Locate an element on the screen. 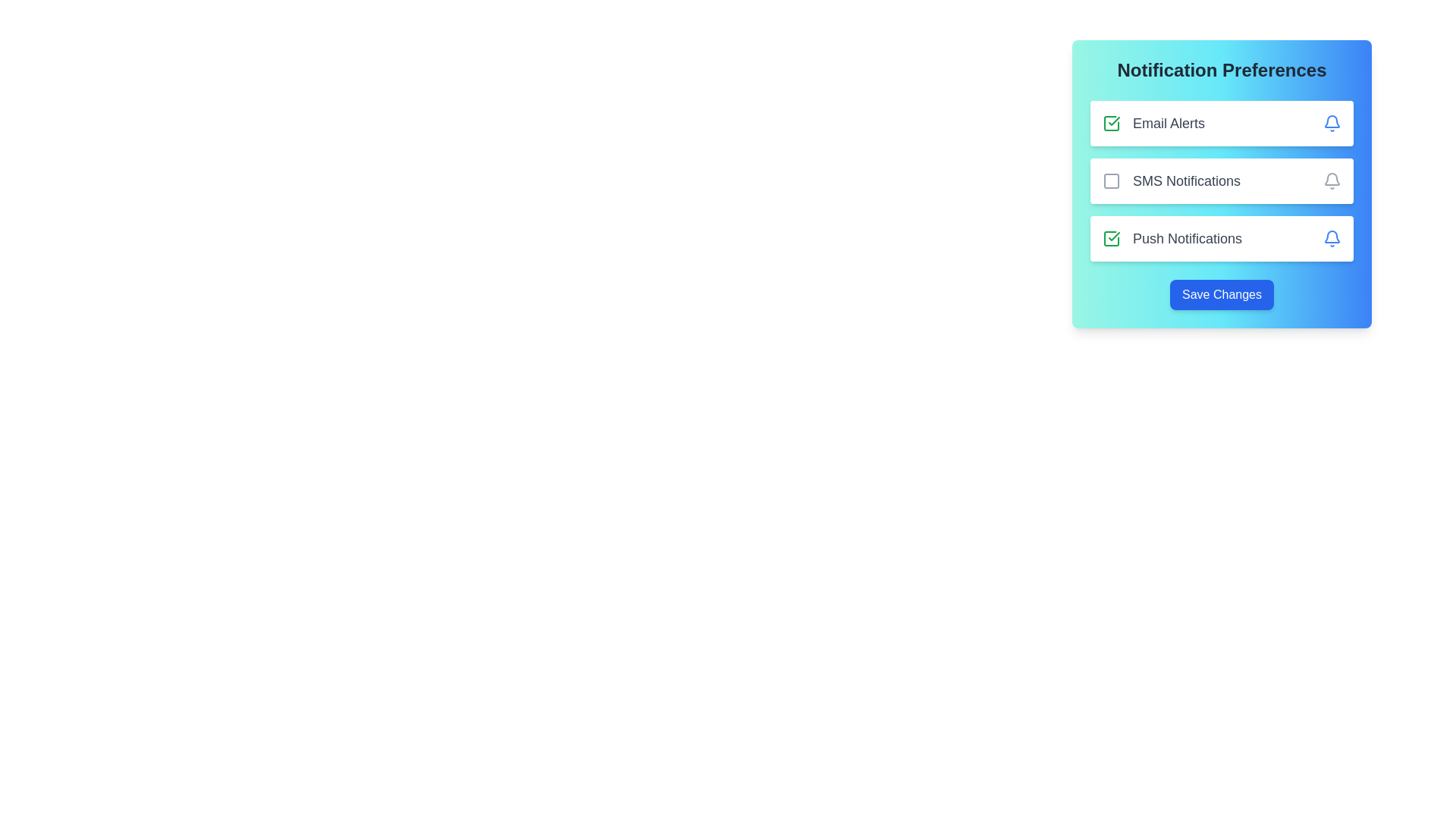  the green checkmark icon associated with the 'Push Notifications' option in the Notification Preferences section is located at coordinates (1114, 237).